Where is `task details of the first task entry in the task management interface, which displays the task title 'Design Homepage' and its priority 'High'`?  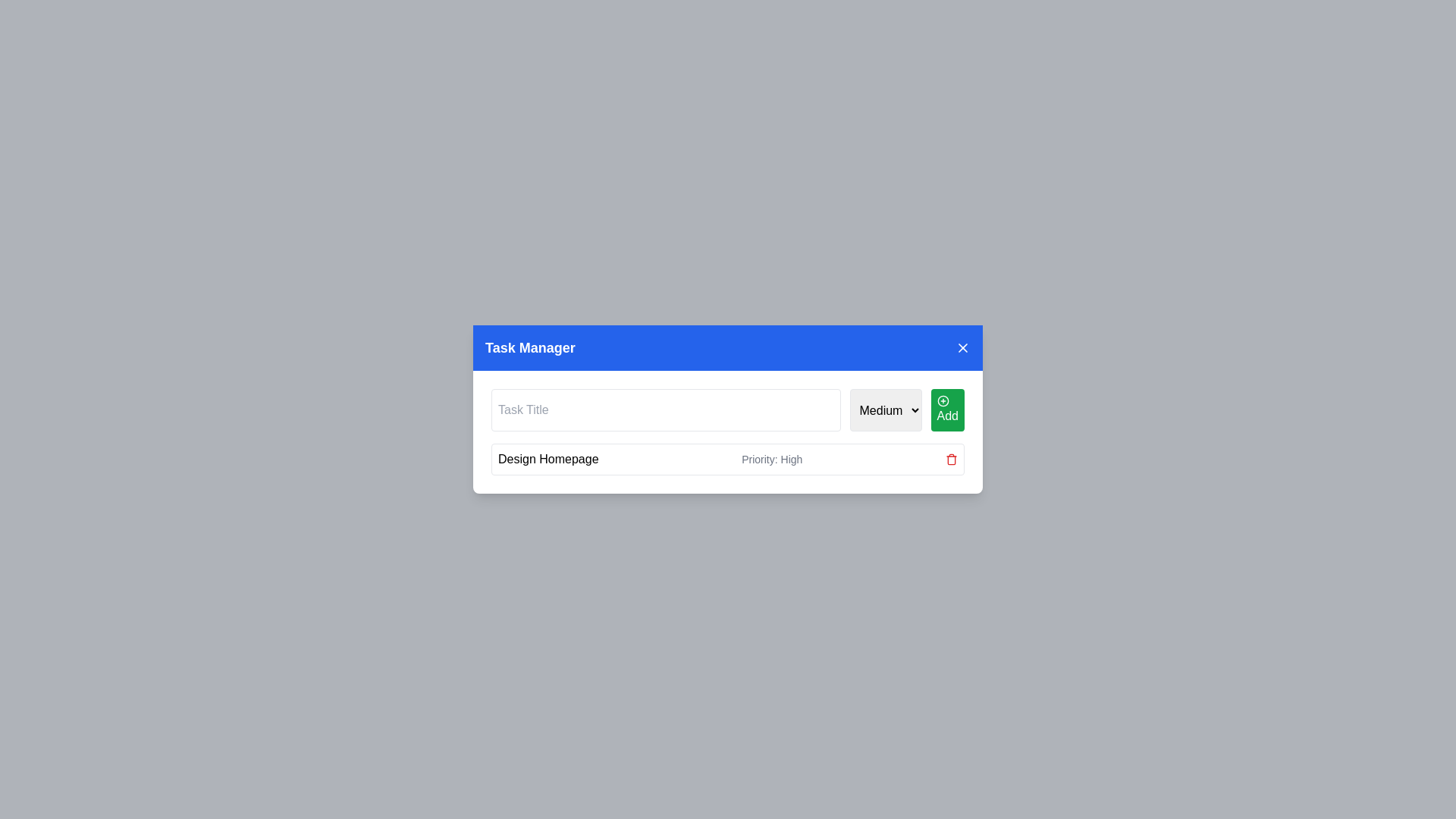 task details of the first task entry in the task management interface, which displays the task title 'Design Homepage' and its priority 'High' is located at coordinates (728, 458).